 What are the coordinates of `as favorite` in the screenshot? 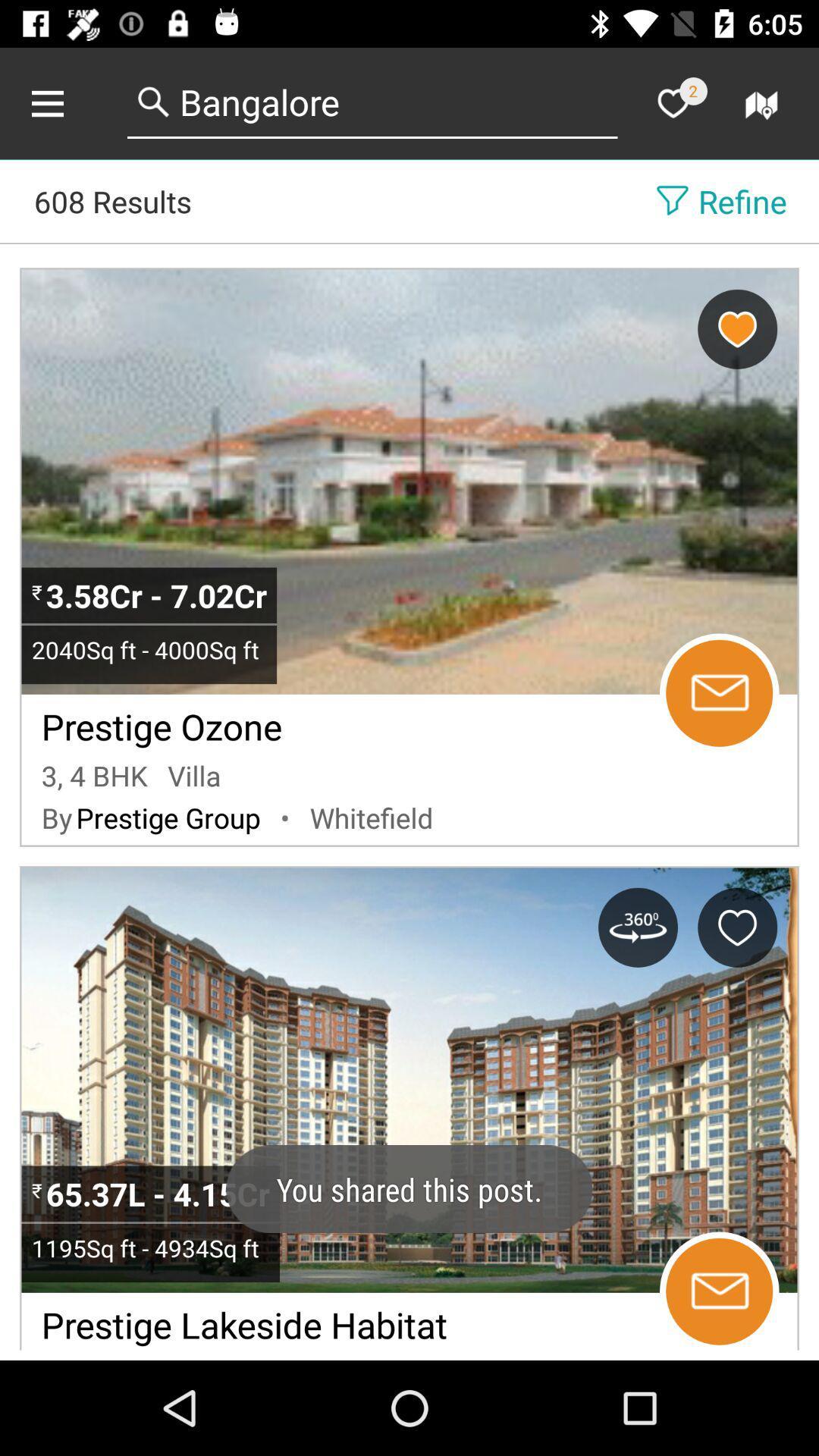 It's located at (736, 328).